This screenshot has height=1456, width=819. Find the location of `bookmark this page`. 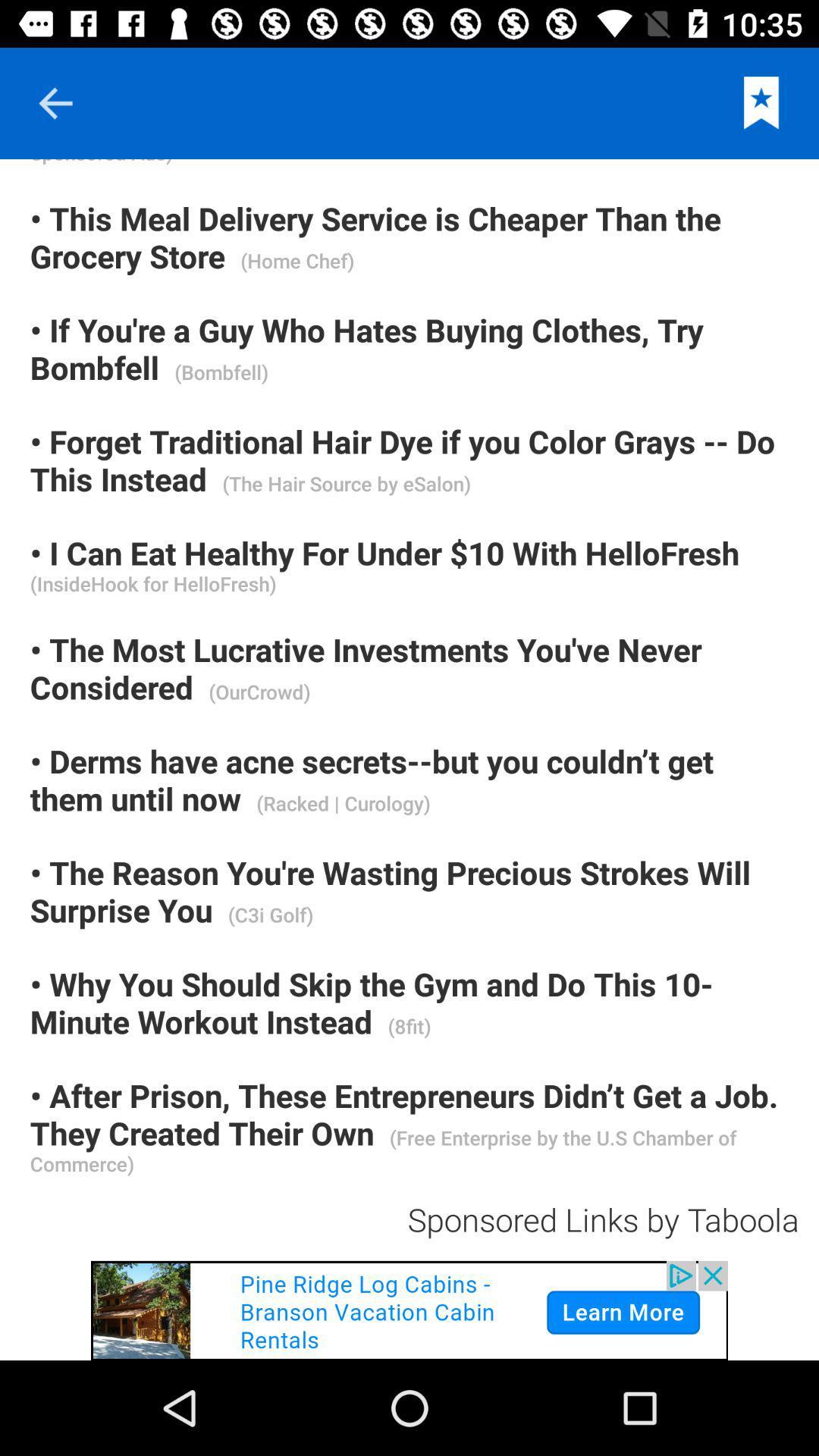

bookmark this page is located at coordinates (761, 102).